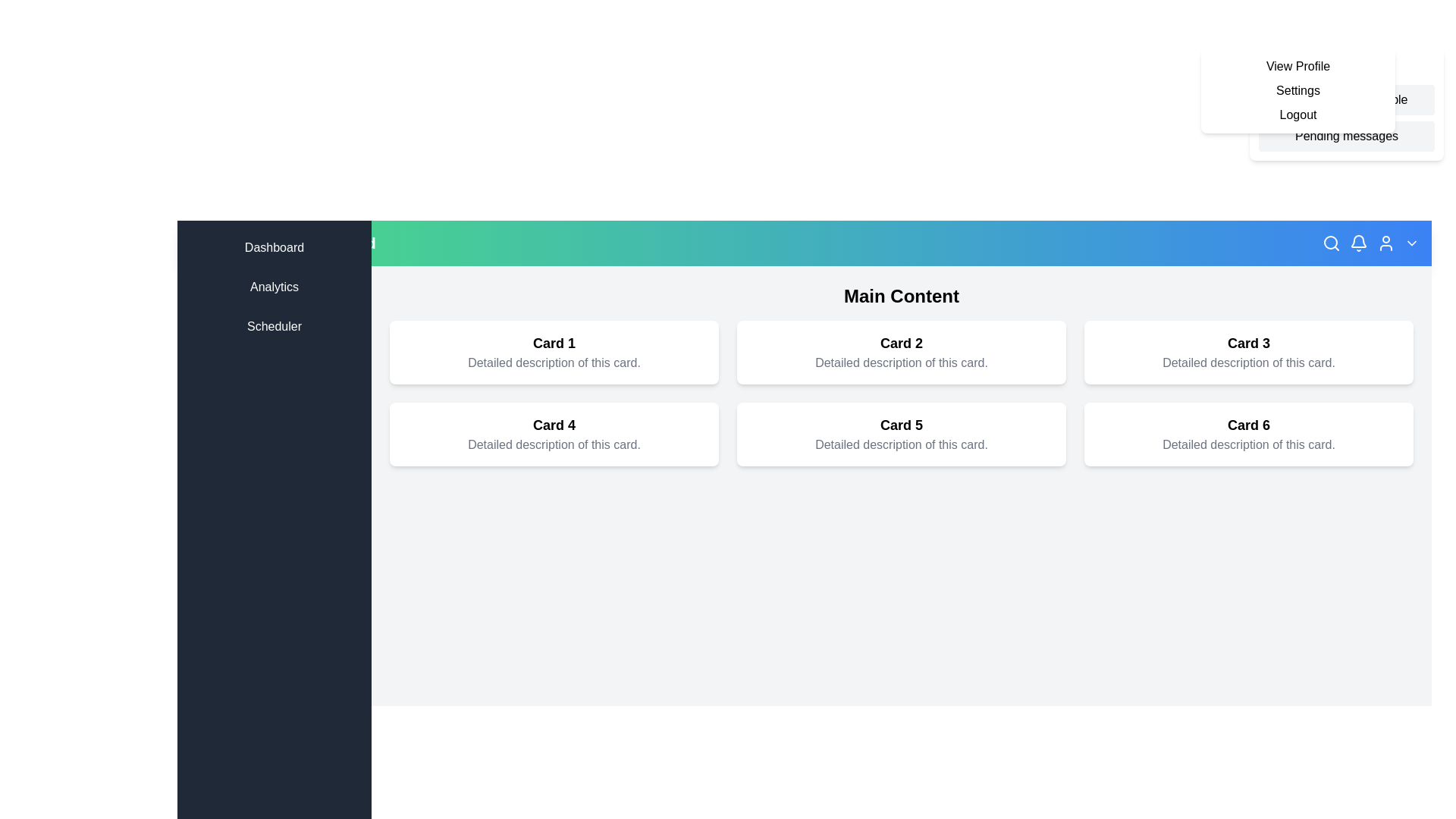 Image resolution: width=1456 pixels, height=819 pixels. Describe the element at coordinates (1248, 353) in the screenshot. I see `the Card UI component` at that location.